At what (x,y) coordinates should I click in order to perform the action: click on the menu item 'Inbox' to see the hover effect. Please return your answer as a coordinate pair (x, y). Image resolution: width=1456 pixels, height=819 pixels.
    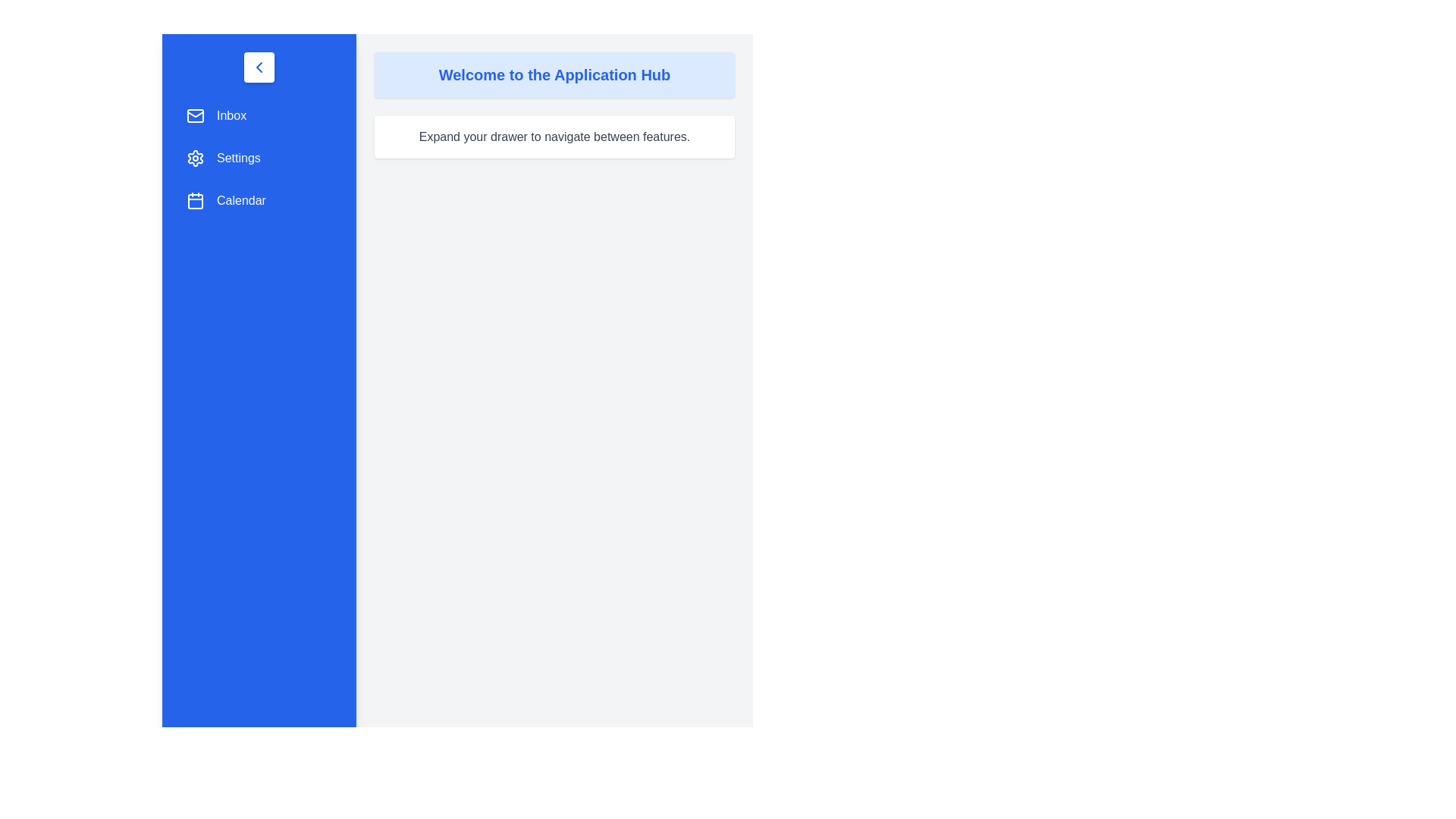
    Looking at the image, I should click on (259, 115).